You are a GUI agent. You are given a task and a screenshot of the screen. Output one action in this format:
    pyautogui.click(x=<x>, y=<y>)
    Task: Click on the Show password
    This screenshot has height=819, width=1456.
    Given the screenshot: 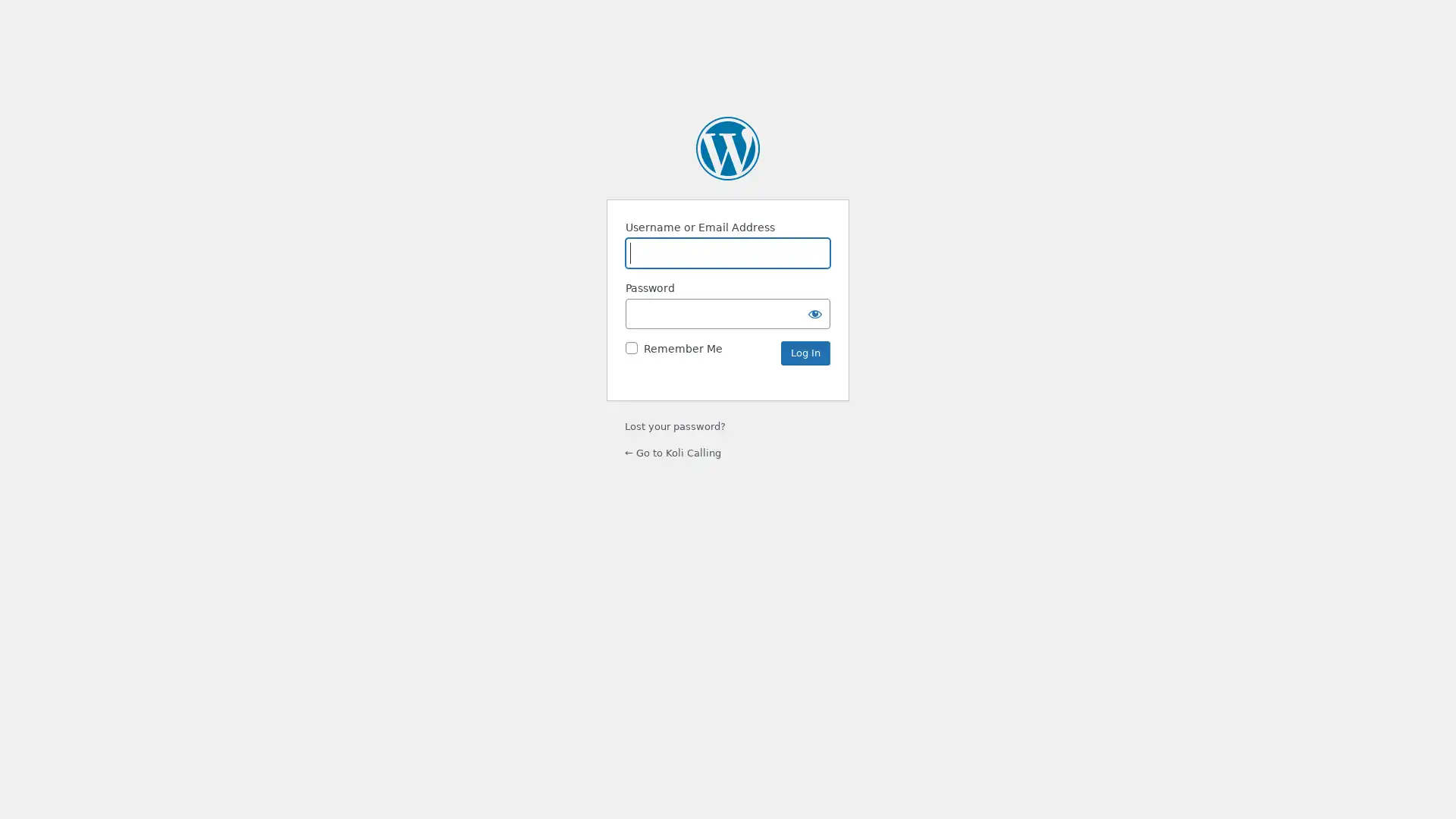 What is the action you would take?
    pyautogui.click(x=814, y=312)
    